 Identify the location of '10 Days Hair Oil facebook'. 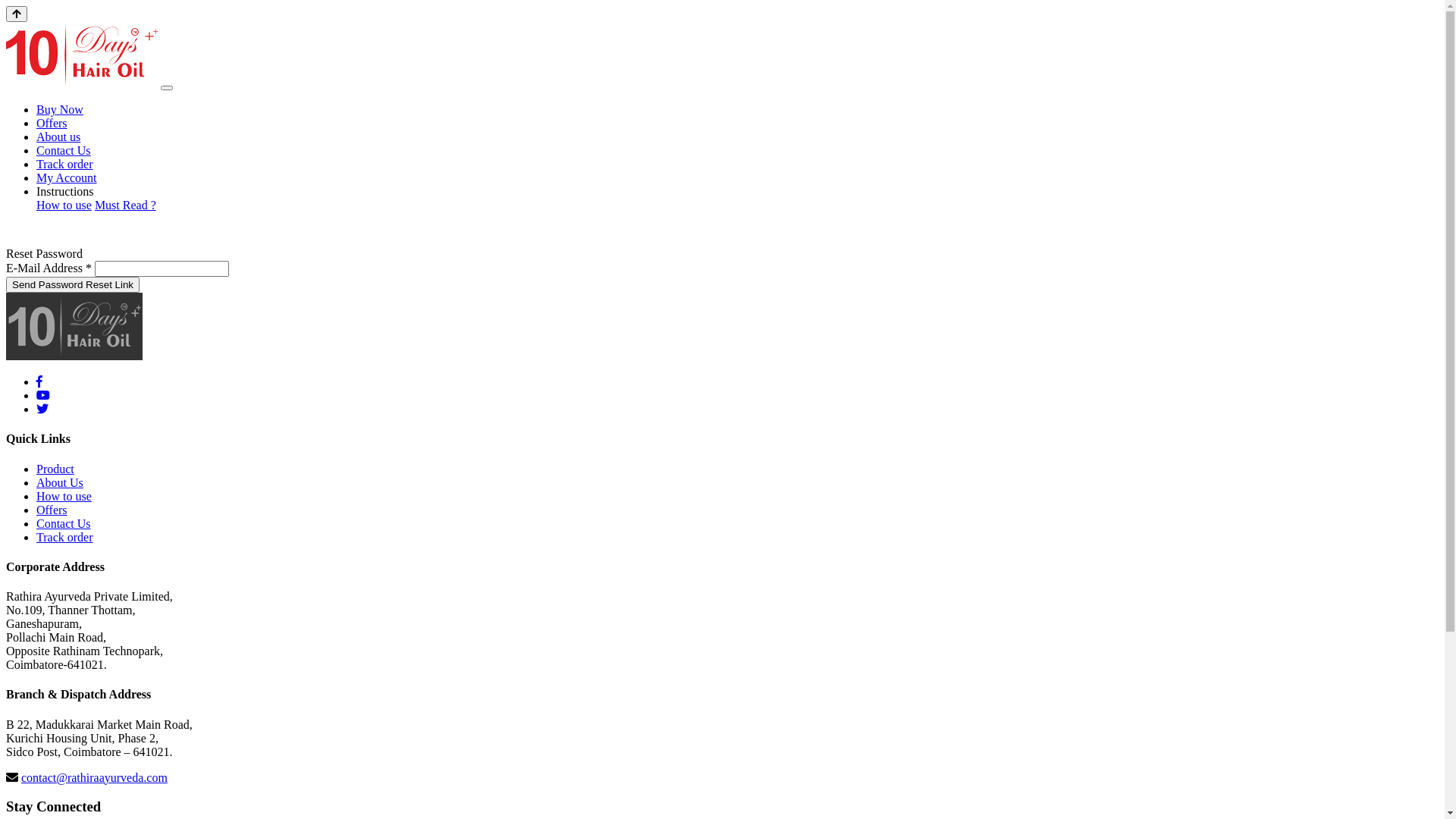
(39, 381).